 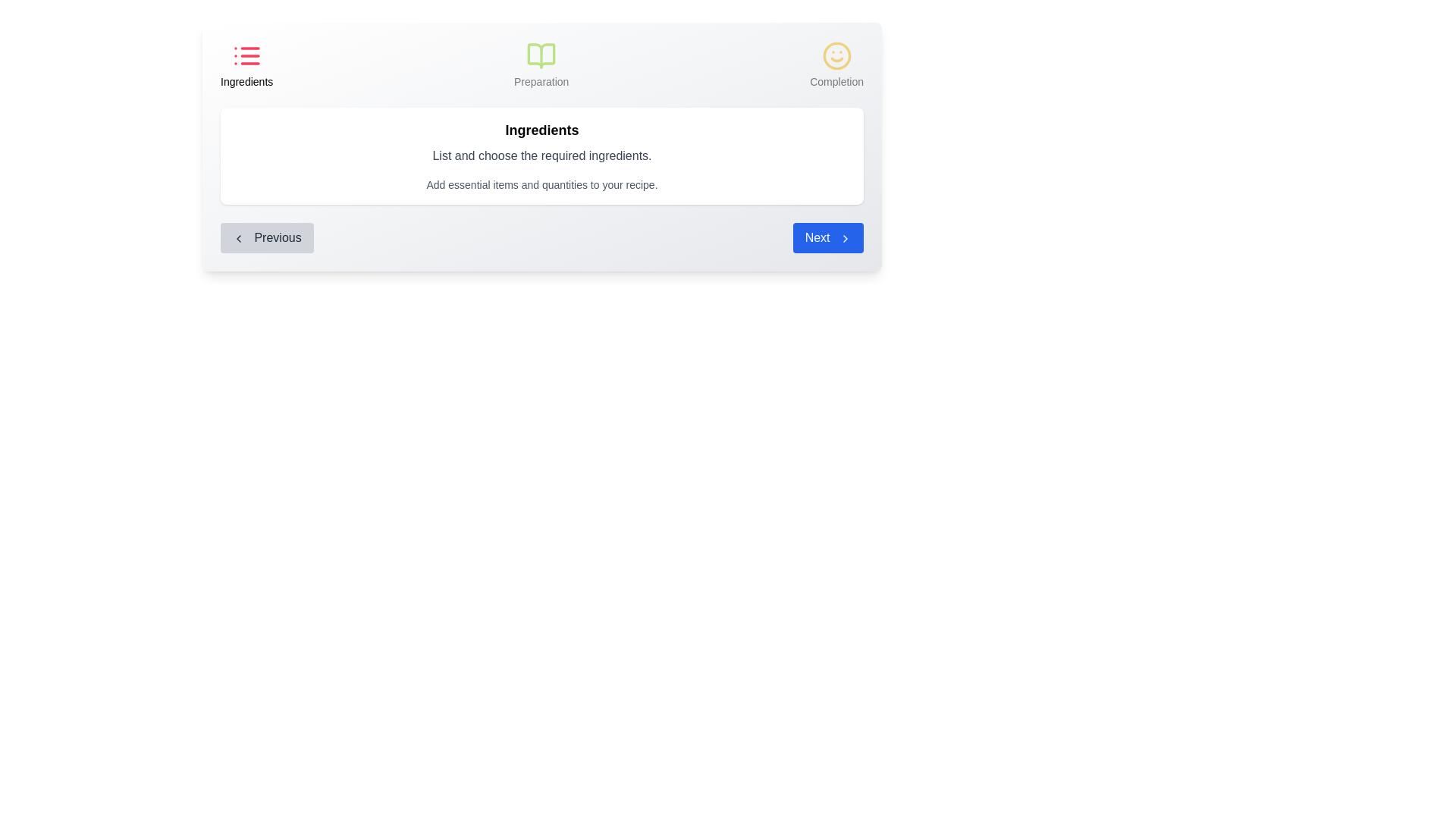 I want to click on the instructional text element that provides clarity for users regarding ingredient selection, located beneath the title 'Ingredients' and above the text 'Add essential items and quantities to your recipe.', so click(x=542, y=155).